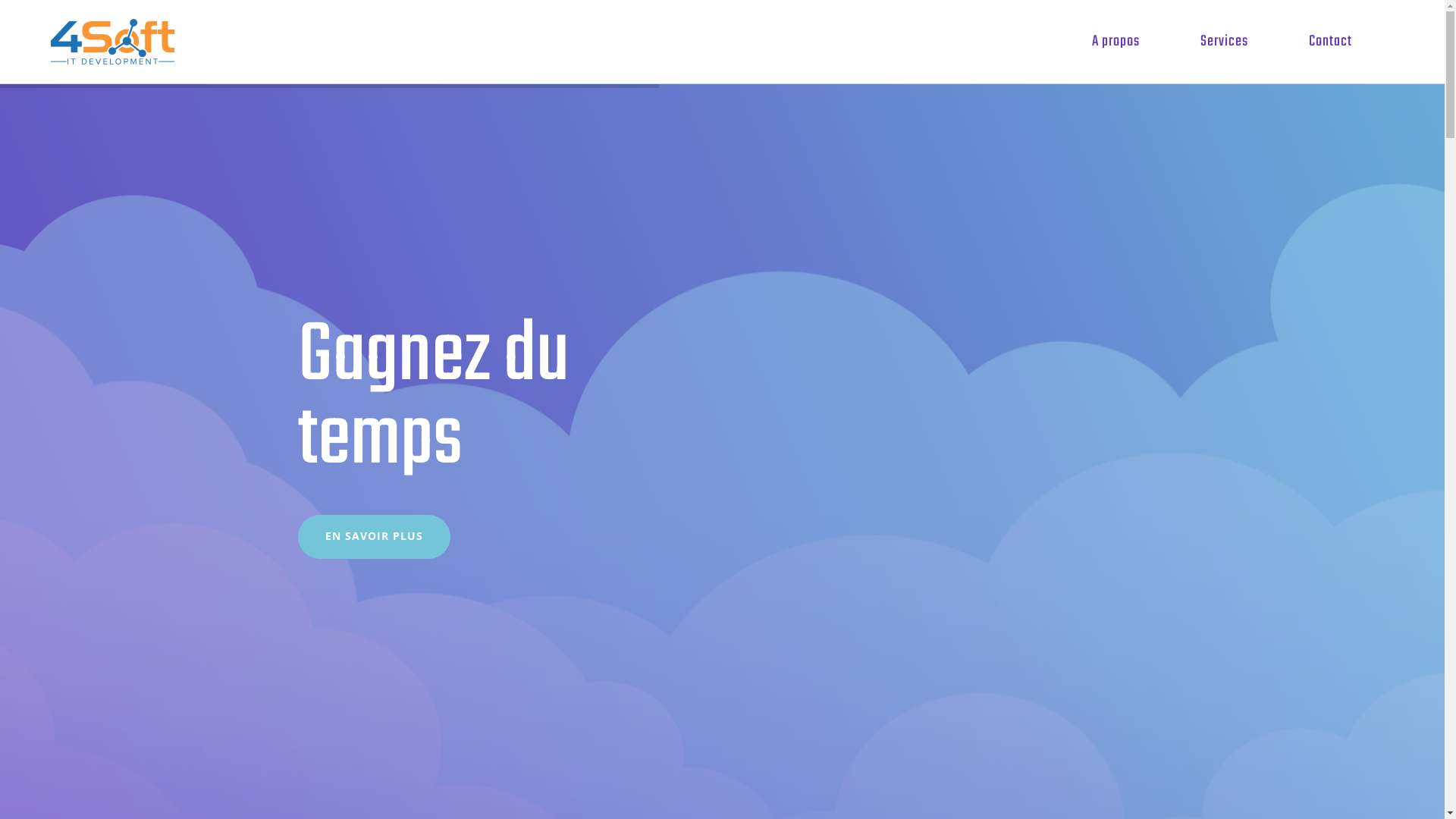 The height and width of the screenshot is (819, 1456). Describe the element at coordinates (1329, 40) in the screenshot. I see `'Contact'` at that location.